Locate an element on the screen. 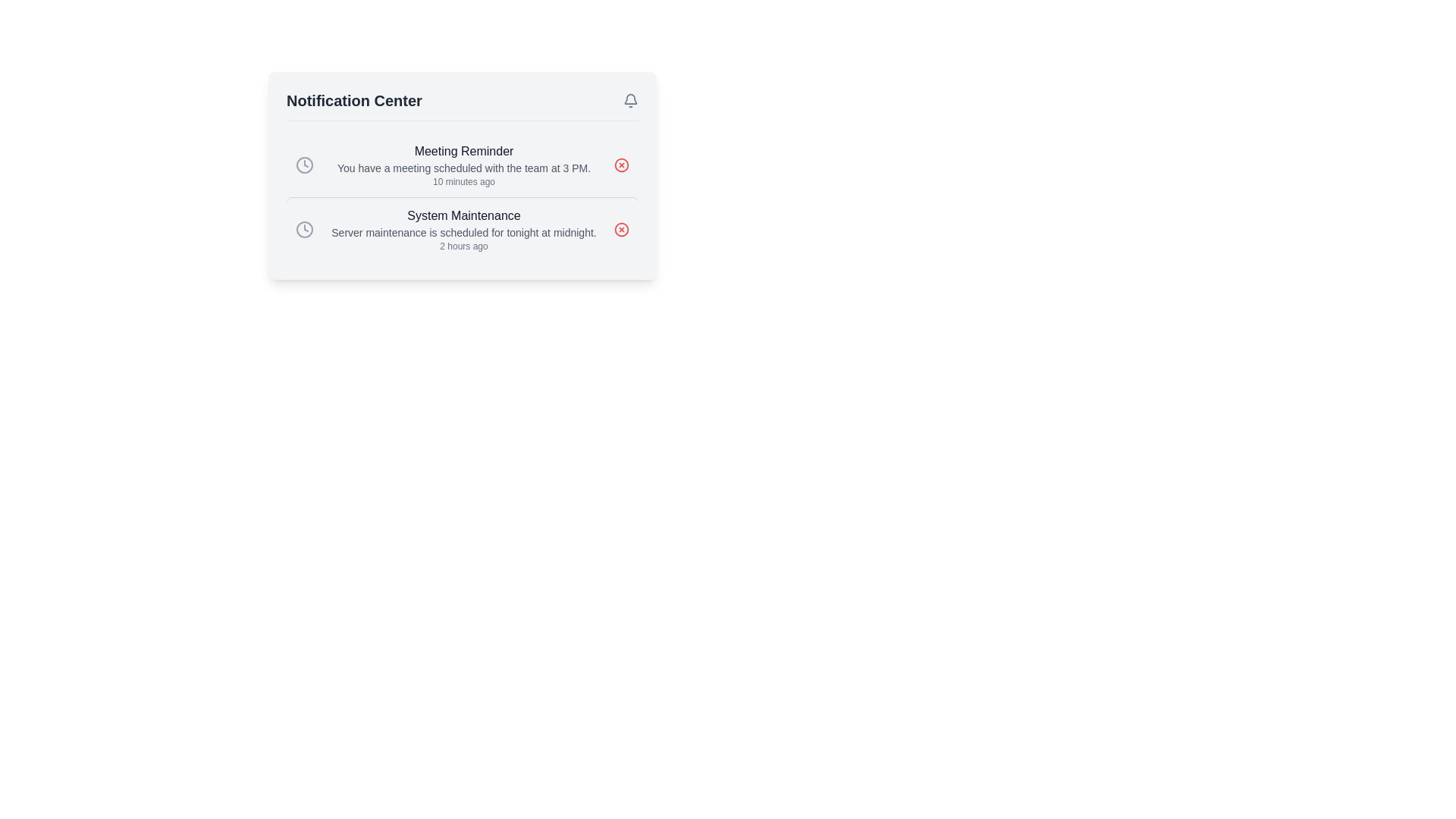 The image size is (1456, 819). the first notification entry in the Notification Center, which informs about a scheduled meeting is located at coordinates (461, 165).